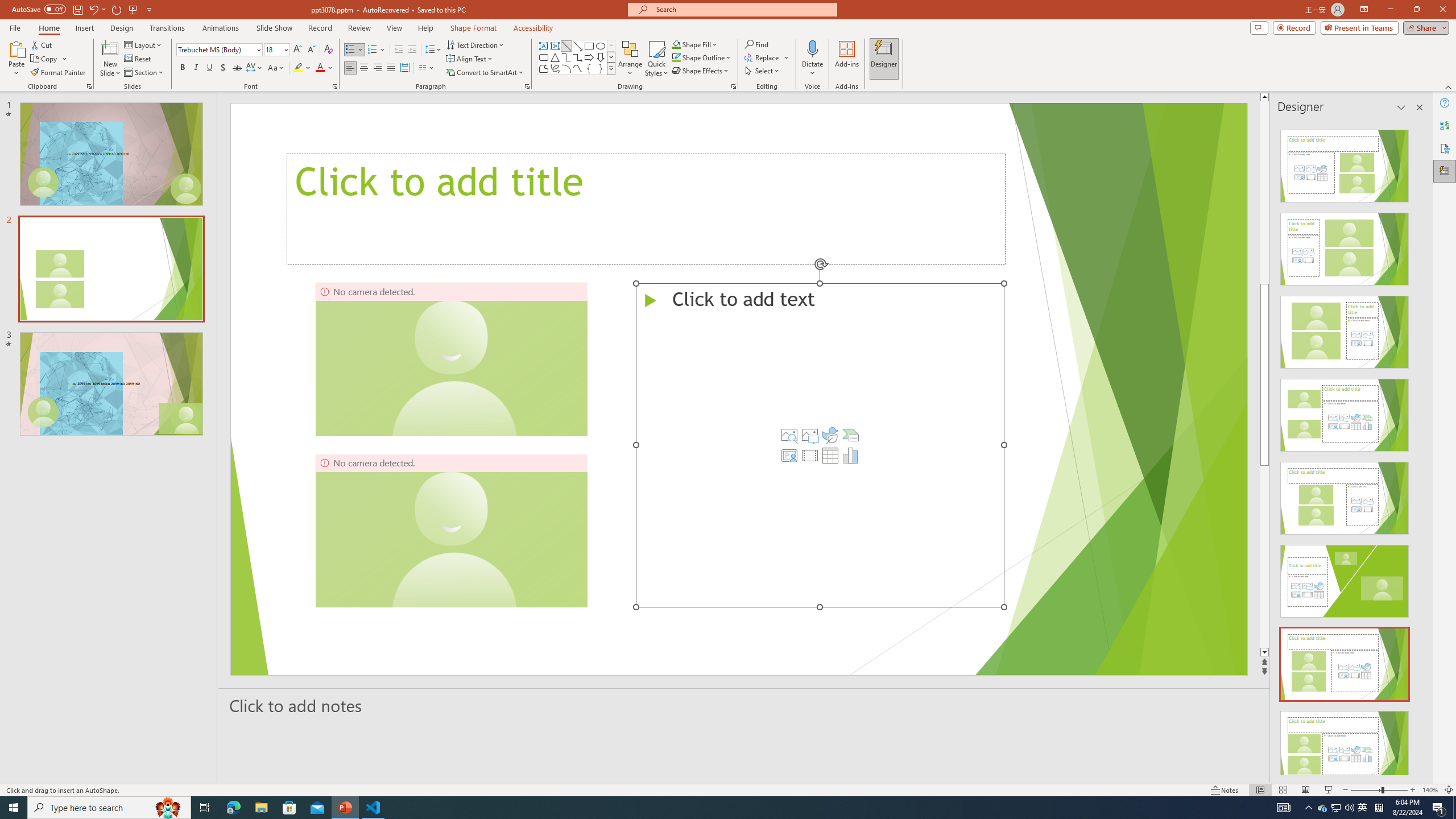 The image size is (1456, 819). What do you see at coordinates (1418, 447) in the screenshot?
I see `'Class: NetUIScrollBar'` at bounding box center [1418, 447].